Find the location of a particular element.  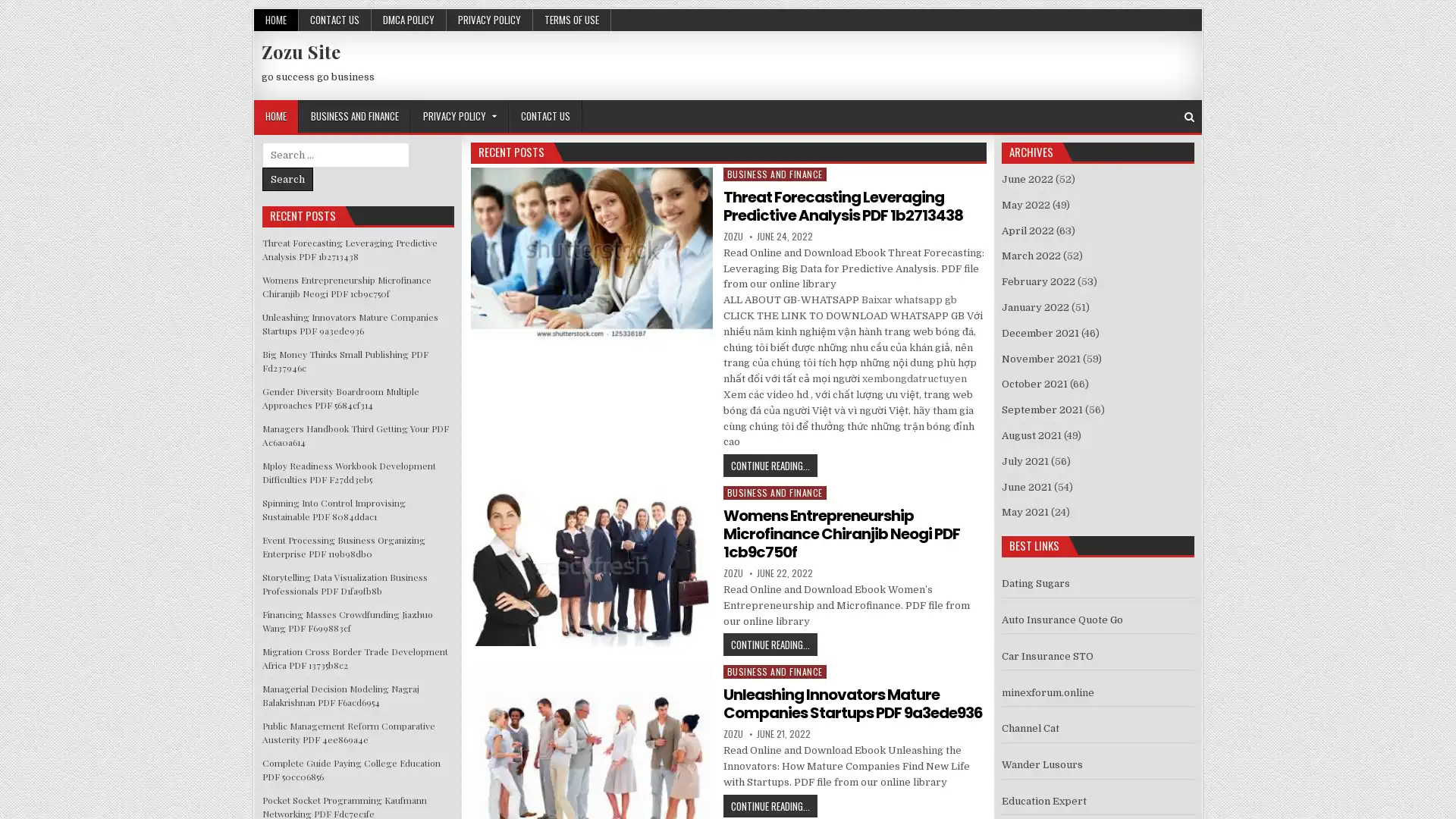

Search is located at coordinates (287, 178).